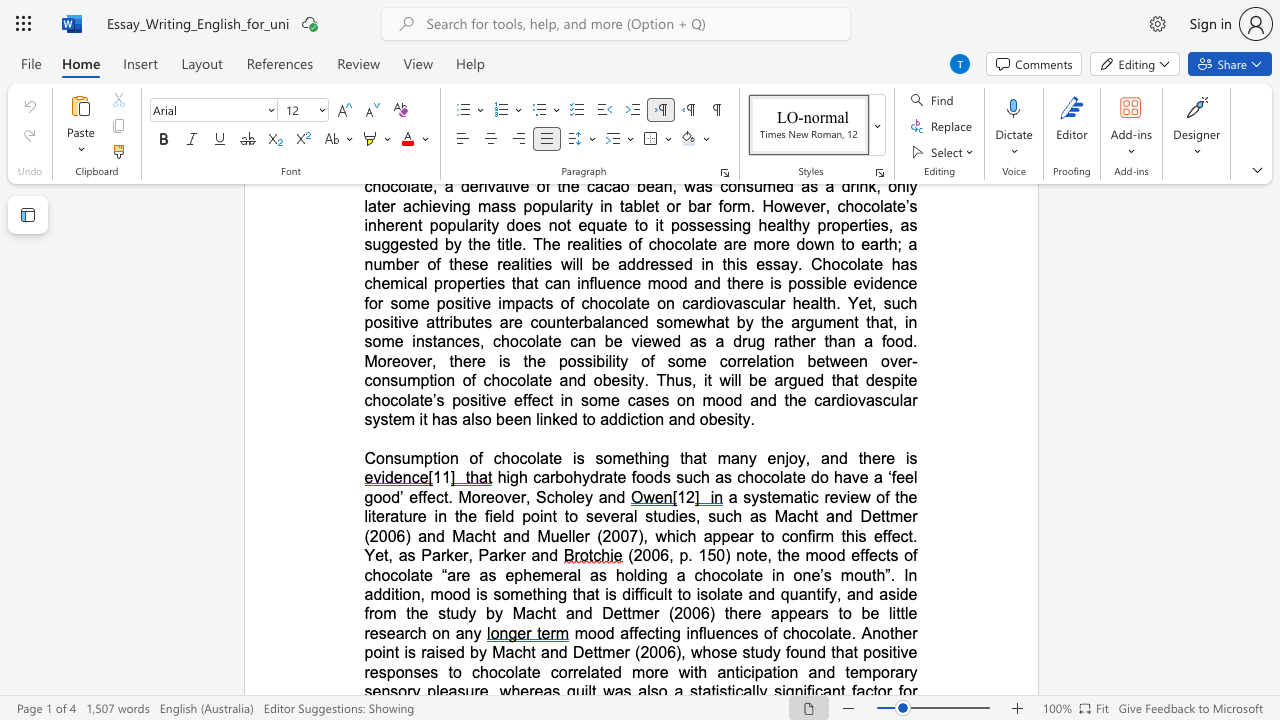 This screenshot has width=1280, height=720. I want to click on the space between the continuous character "i" and "s" in the text, so click(859, 535).